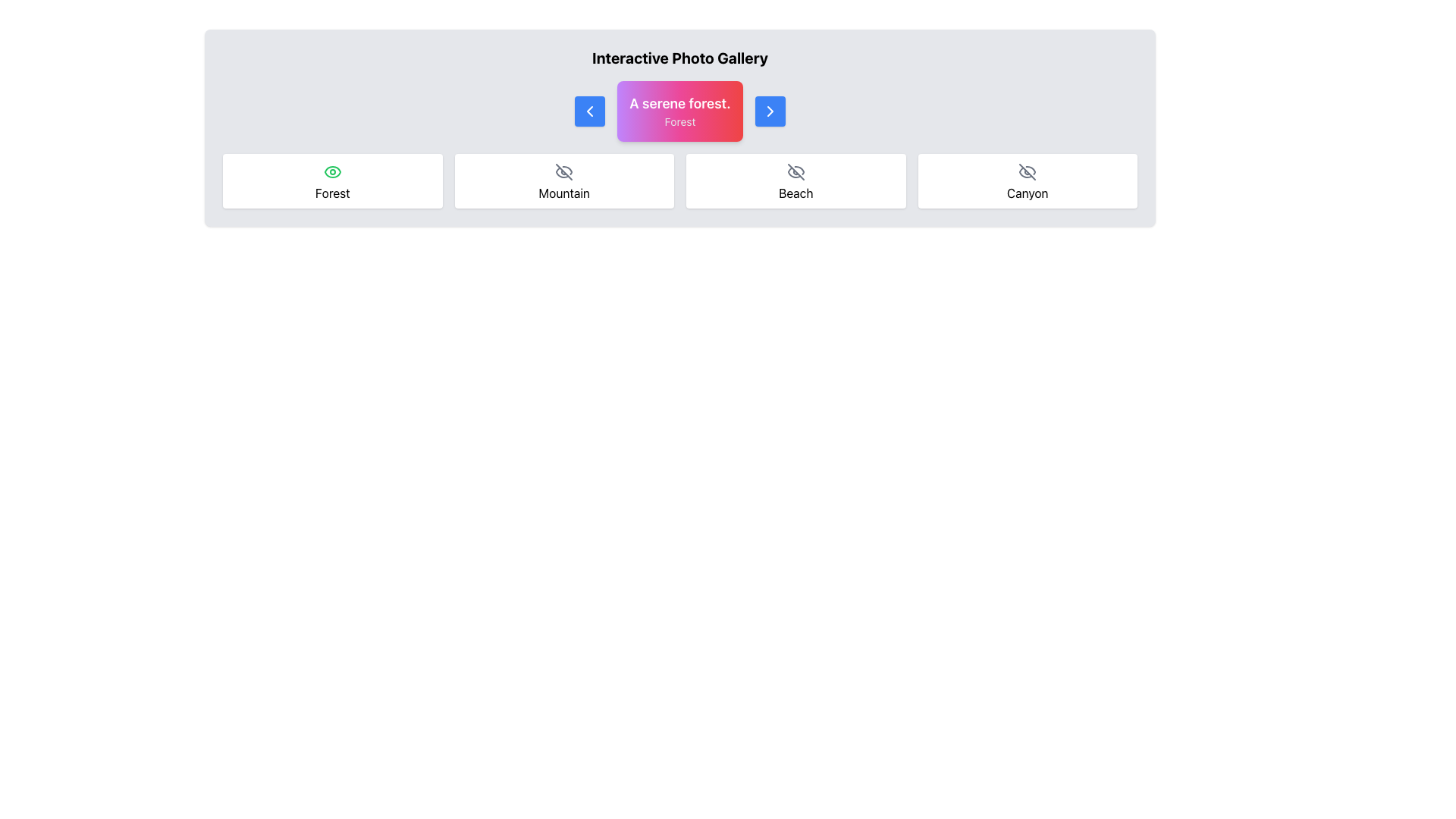 This screenshot has width=1456, height=819. Describe the element at coordinates (1028, 171) in the screenshot. I see `the 'eye-off' icon, which is represented by a diagonal line crossing an eye` at that location.